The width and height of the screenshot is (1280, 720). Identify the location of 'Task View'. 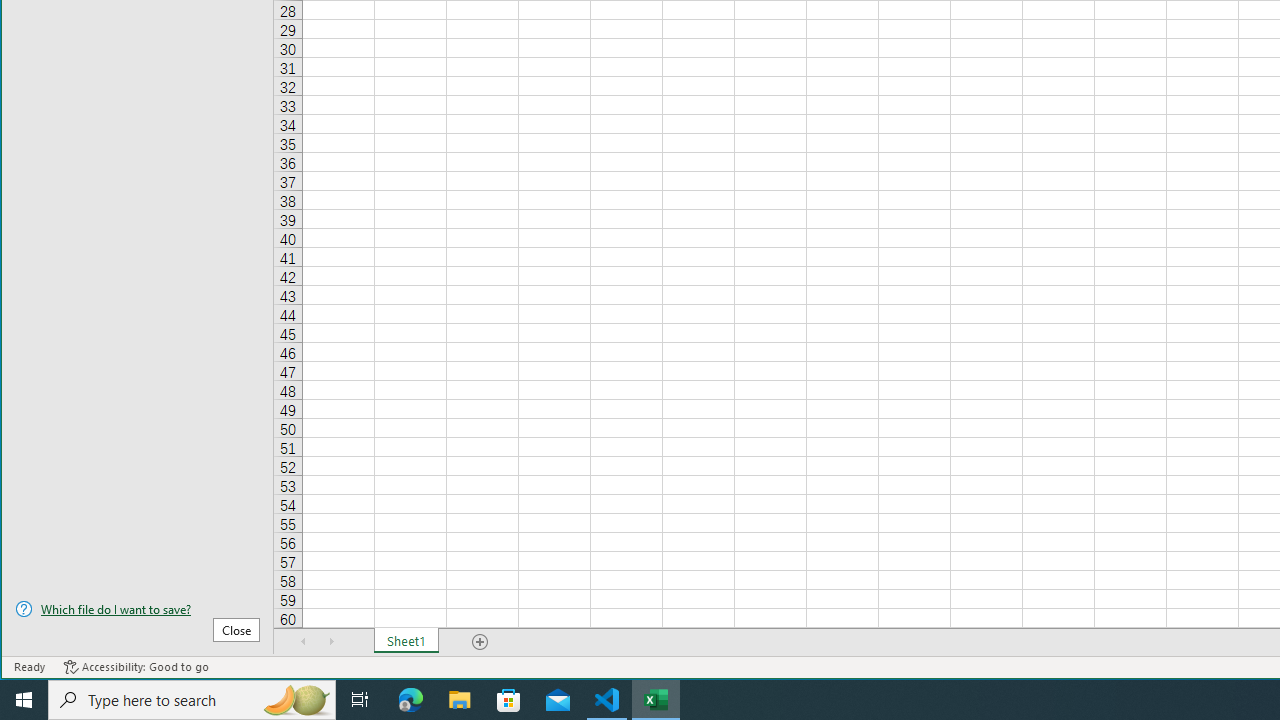
(359, 698).